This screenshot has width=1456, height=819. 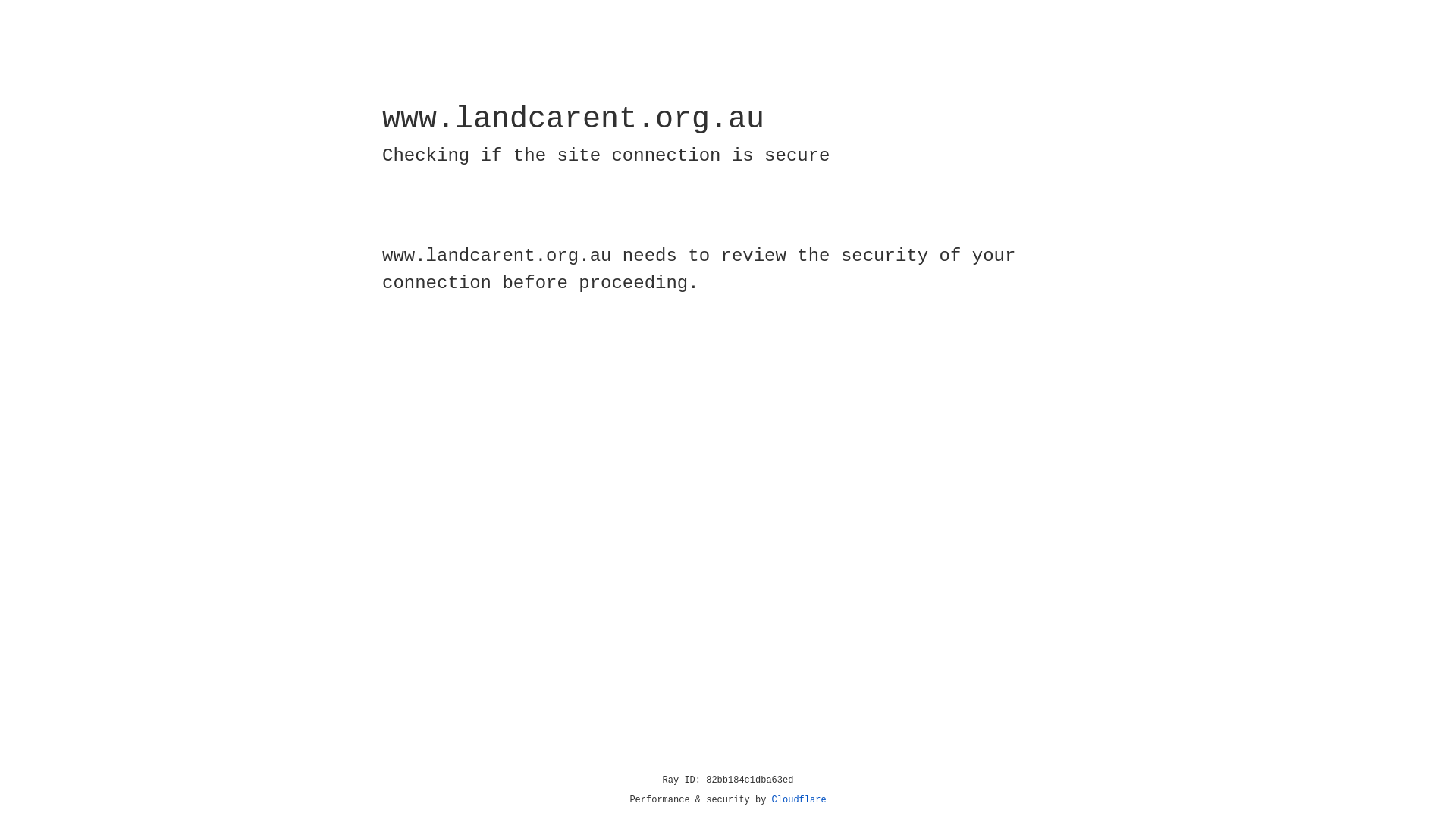 What do you see at coordinates (799, 799) in the screenshot?
I see `'Cloudflare'` at bounding box center [799, 799].